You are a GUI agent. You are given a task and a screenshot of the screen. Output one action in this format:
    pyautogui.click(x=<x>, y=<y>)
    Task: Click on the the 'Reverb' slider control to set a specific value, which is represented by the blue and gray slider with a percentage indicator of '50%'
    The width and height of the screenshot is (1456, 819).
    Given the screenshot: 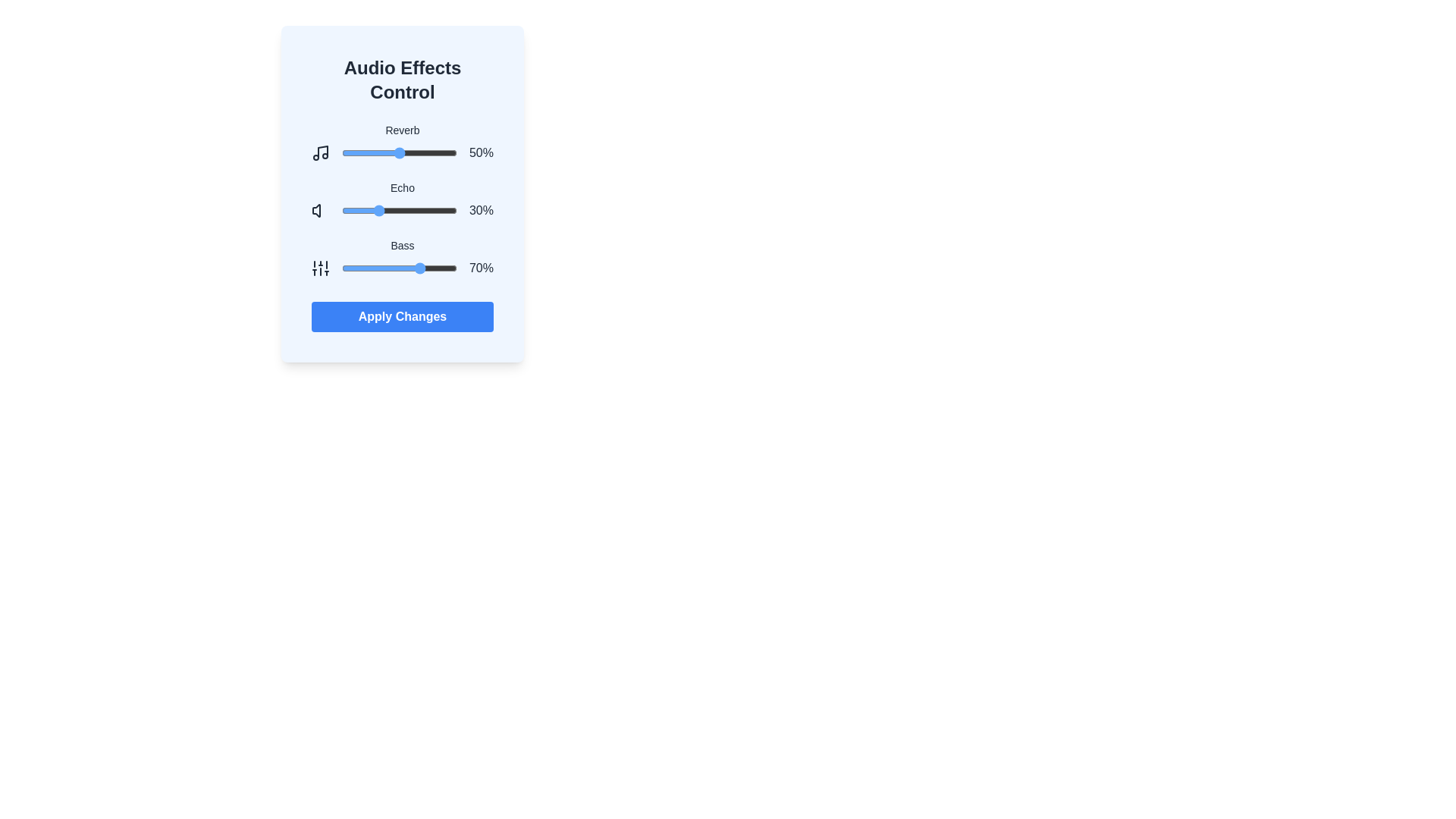 What is the action you would take?
    pyautogui.click(x=403, y=143)
    